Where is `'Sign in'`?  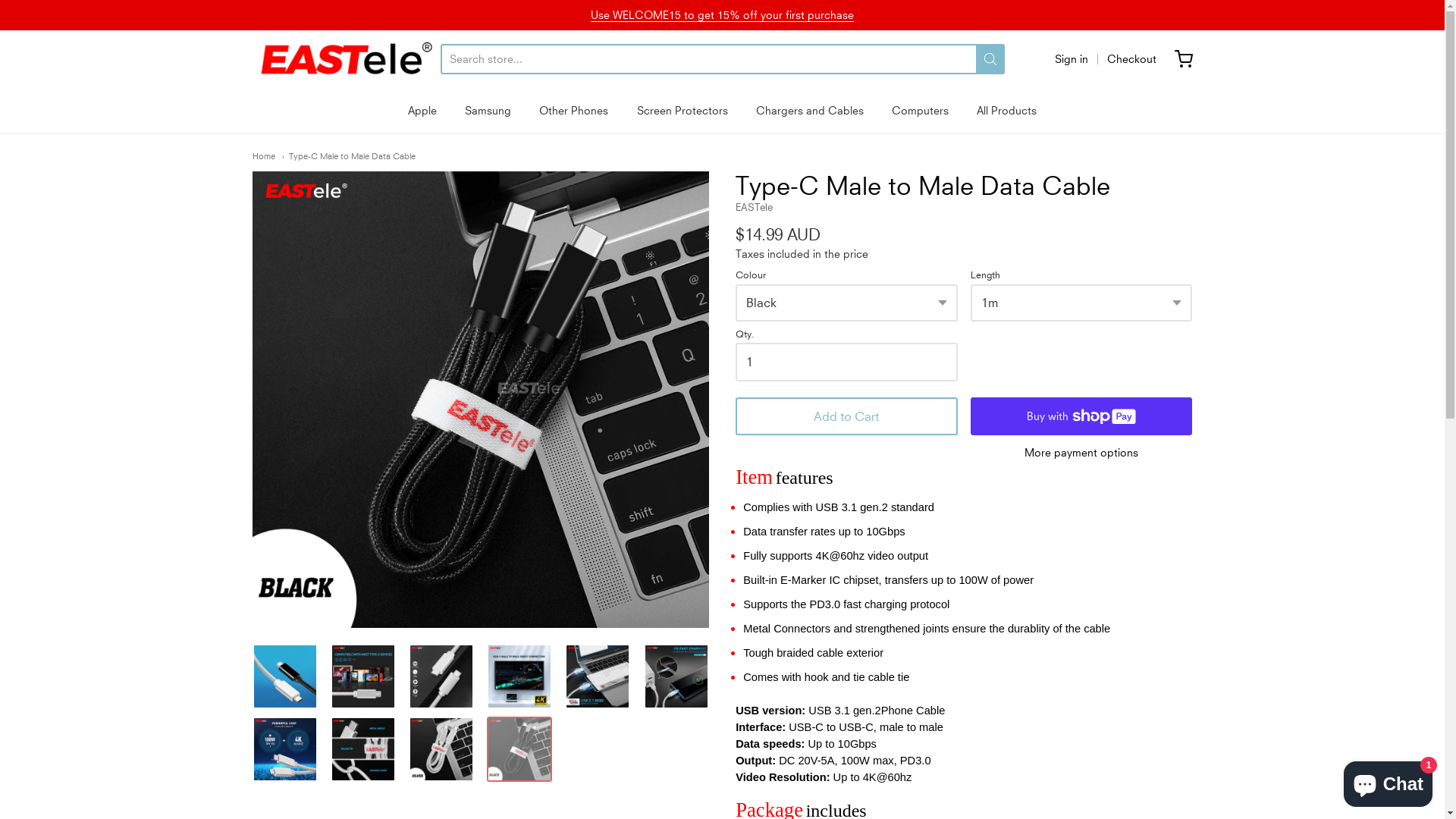
'Sign in' is located at coordinates (1053, 58).